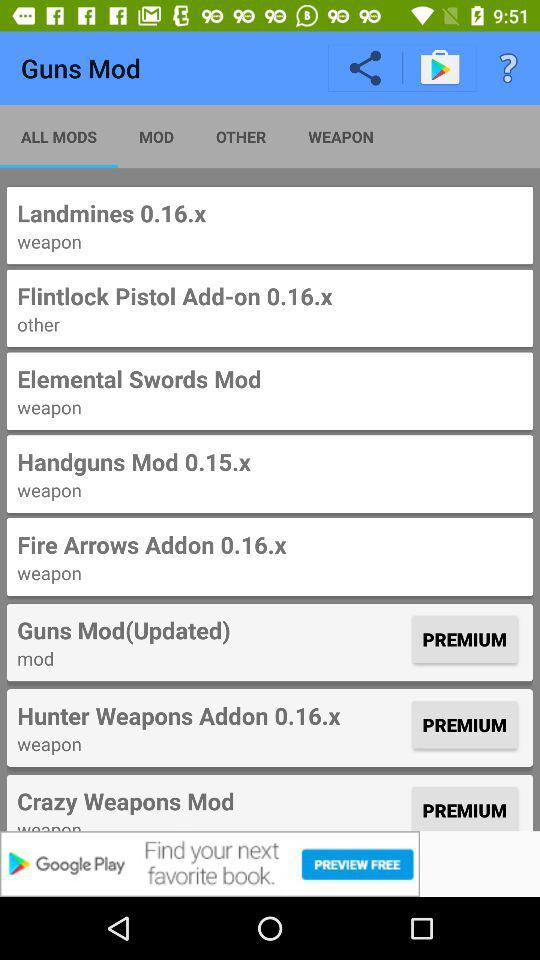 The image size is (540, 960). Describe the element at coordinates (270, 378) in the screenshot. I see `elemental swords mod` at that location.